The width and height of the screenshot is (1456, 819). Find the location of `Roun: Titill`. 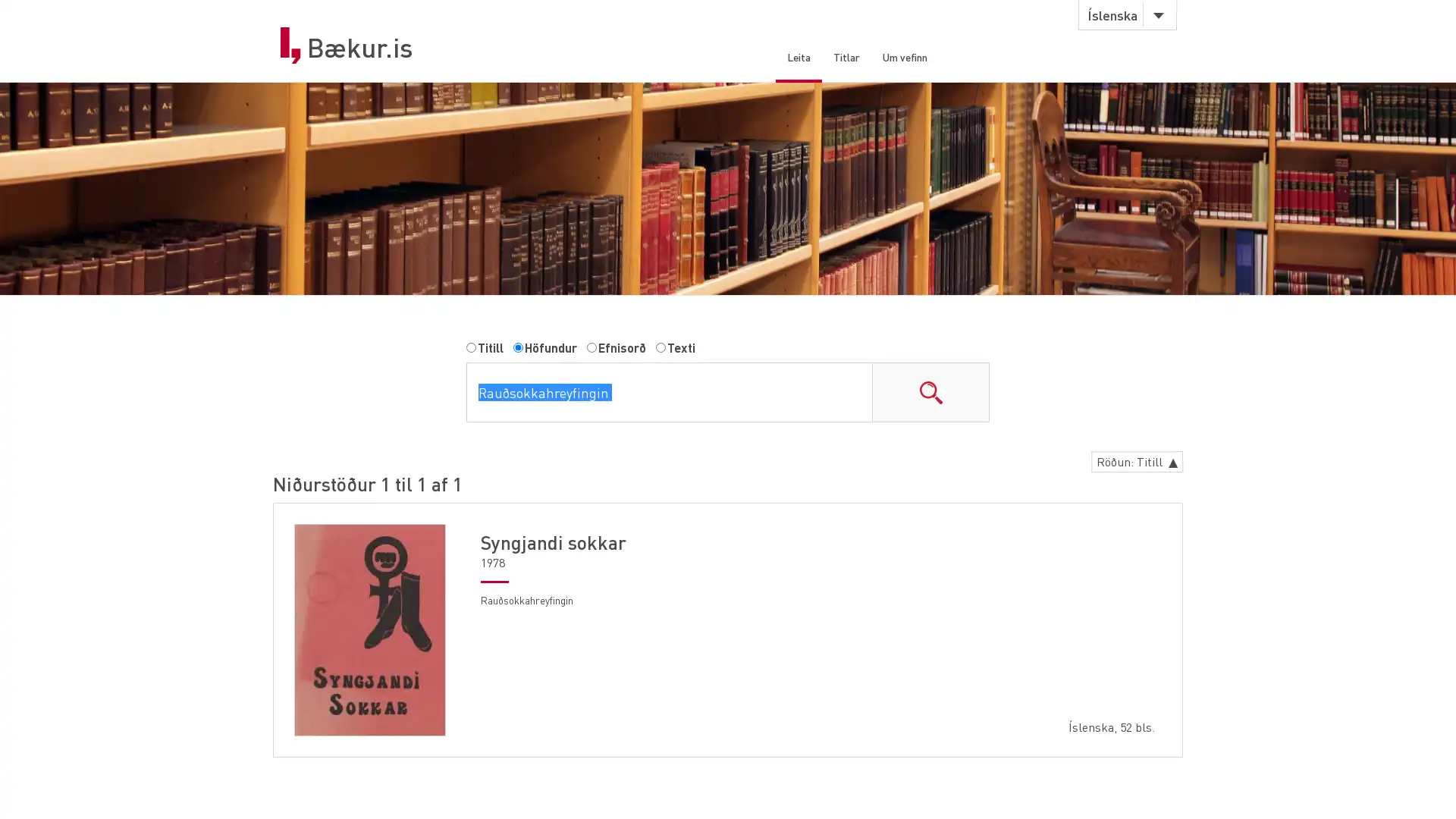

Roun: Titill is located at coordinates (1132, 464).